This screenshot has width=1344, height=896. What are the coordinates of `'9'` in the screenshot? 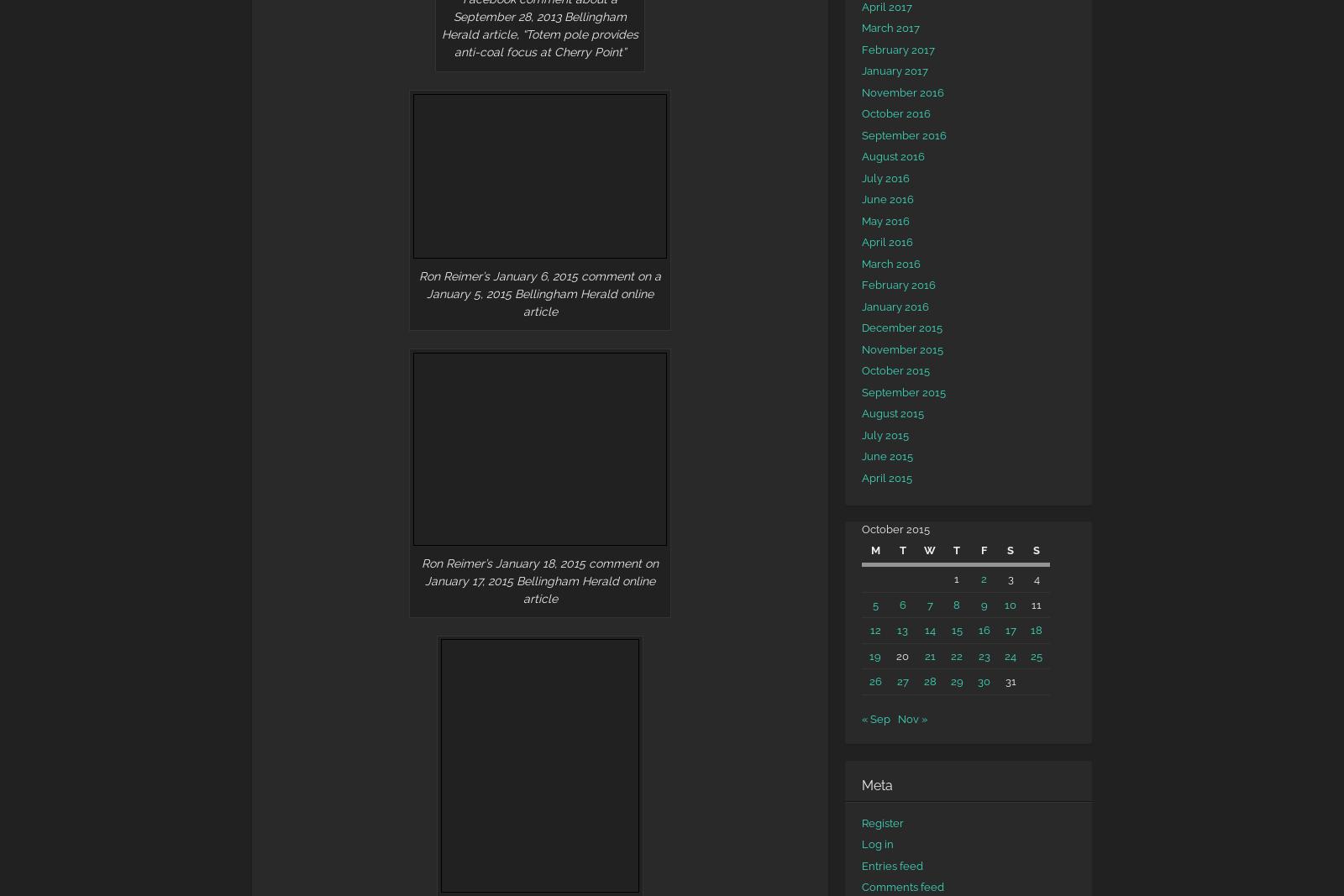 It's located at (984, 603).